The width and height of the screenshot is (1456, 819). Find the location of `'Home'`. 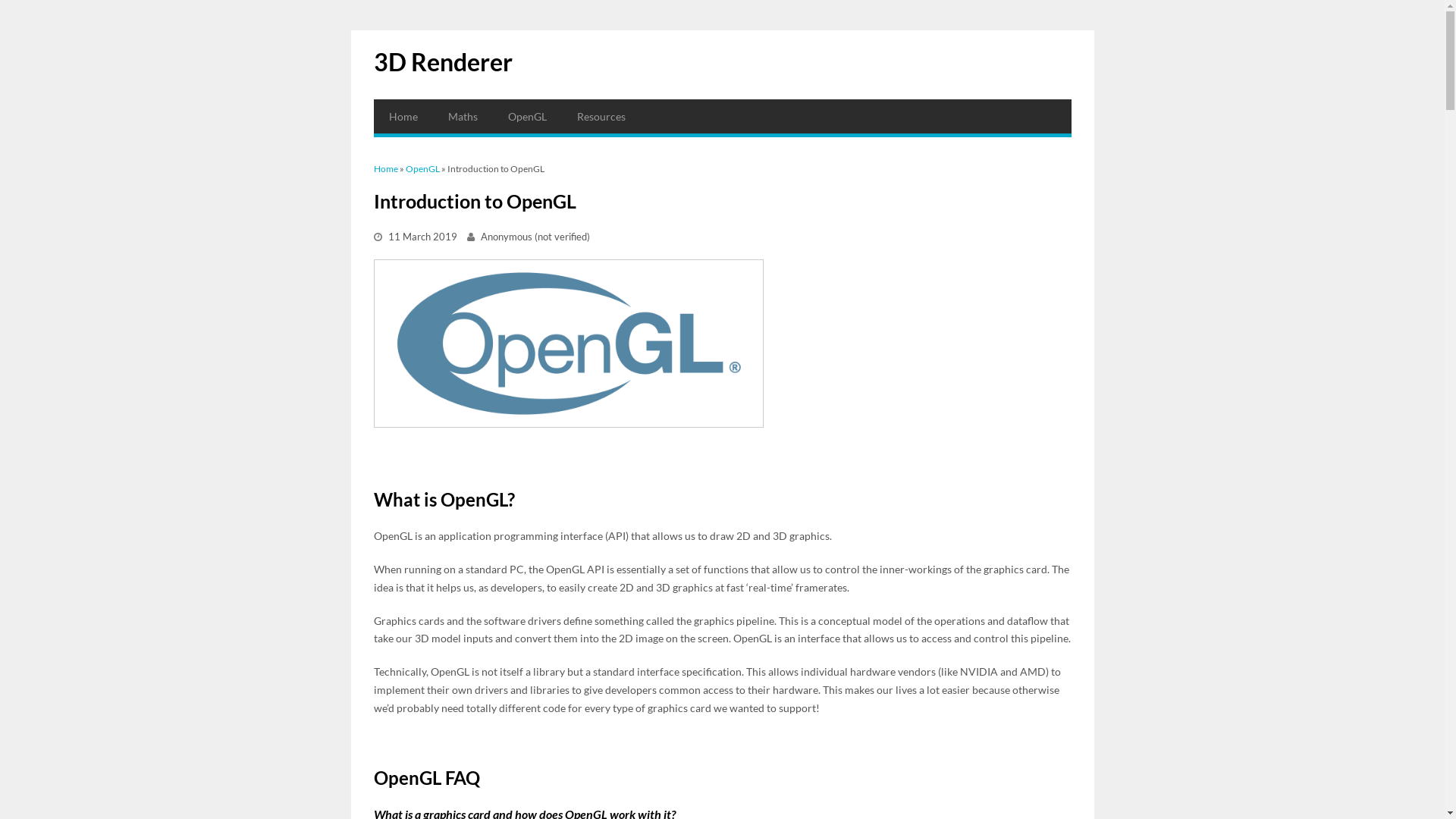

'Home' is located at coordinates (385, 168).